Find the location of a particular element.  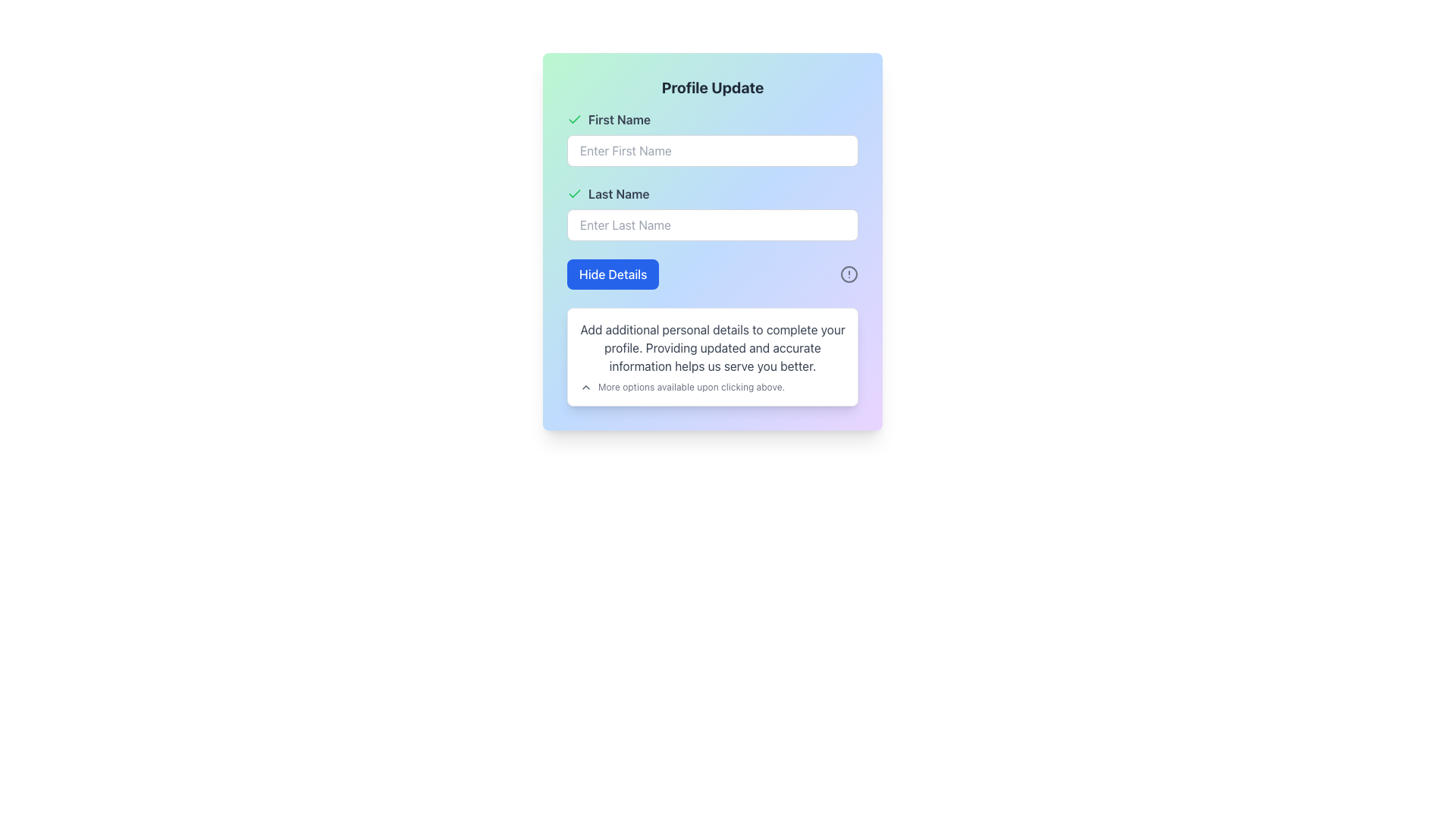

the 'Hide Details' button, which has a blue background and white text, located in the profile update section is located at coordinates (613, 275).